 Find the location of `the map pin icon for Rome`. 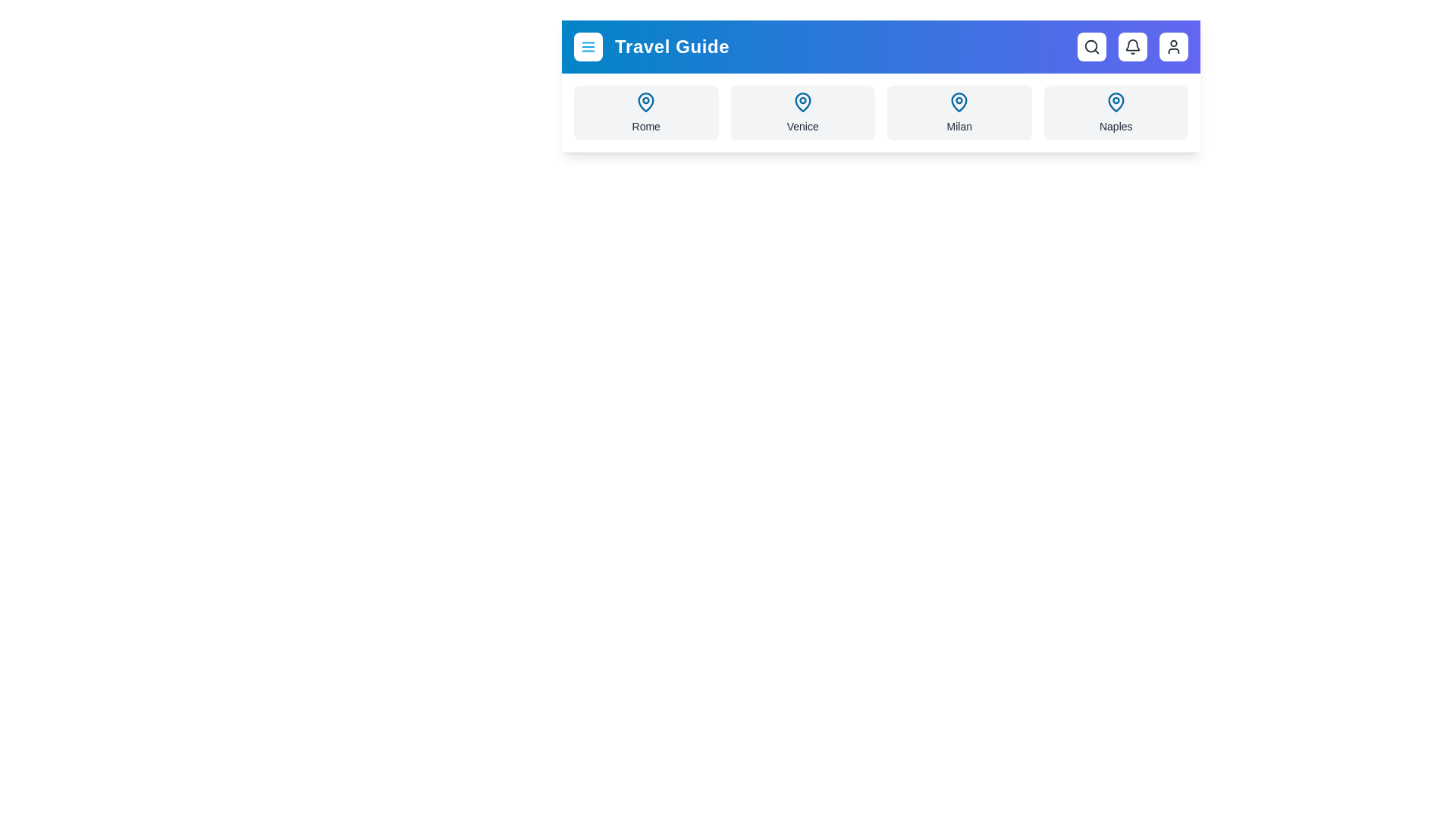

the map pin icon for Rome is located at coordinates (646, 102).